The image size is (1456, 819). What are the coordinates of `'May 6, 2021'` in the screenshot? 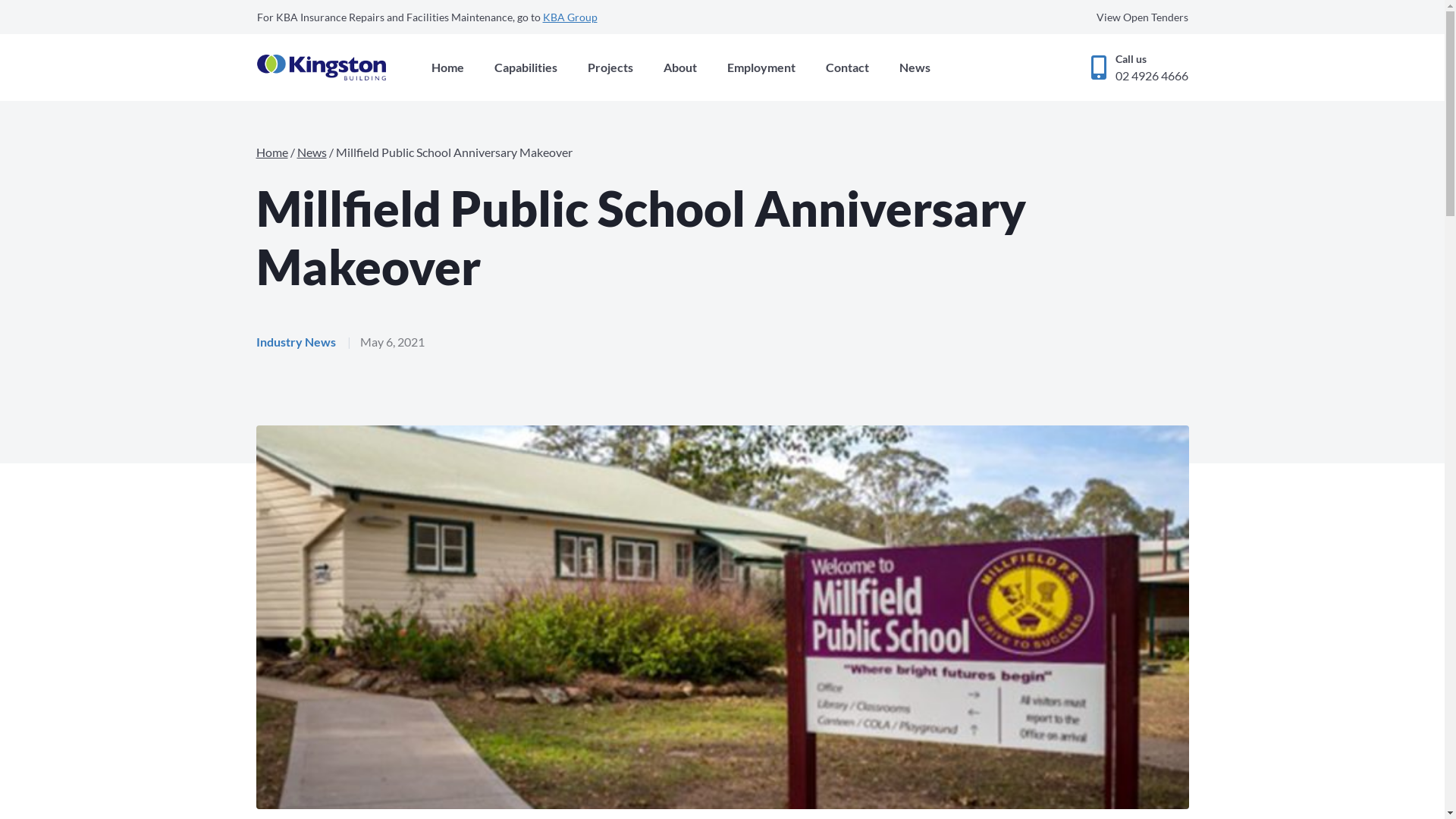 It's located at (391, 342).